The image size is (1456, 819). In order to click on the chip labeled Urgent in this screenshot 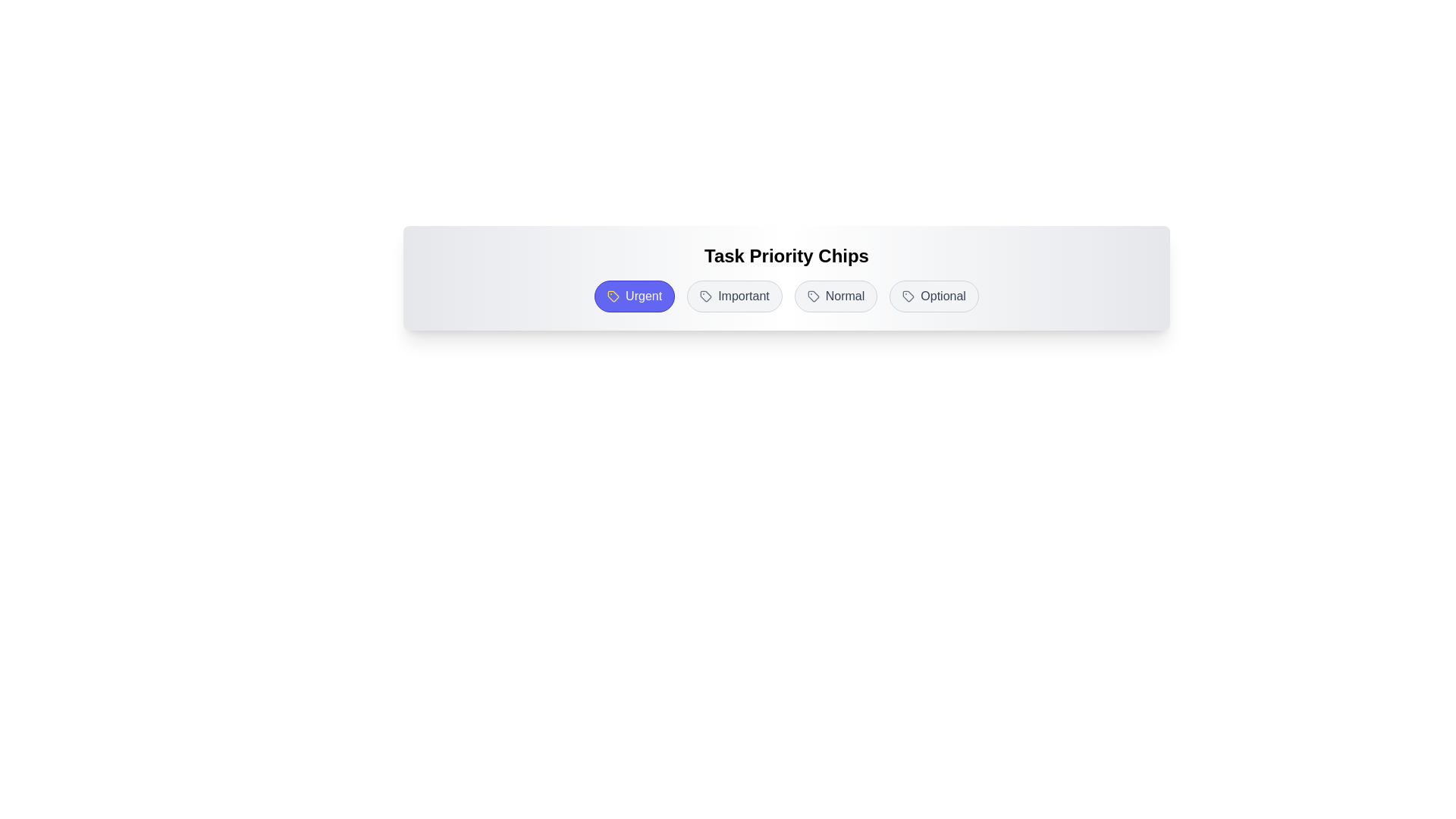, I will do `click(635, 296)`.